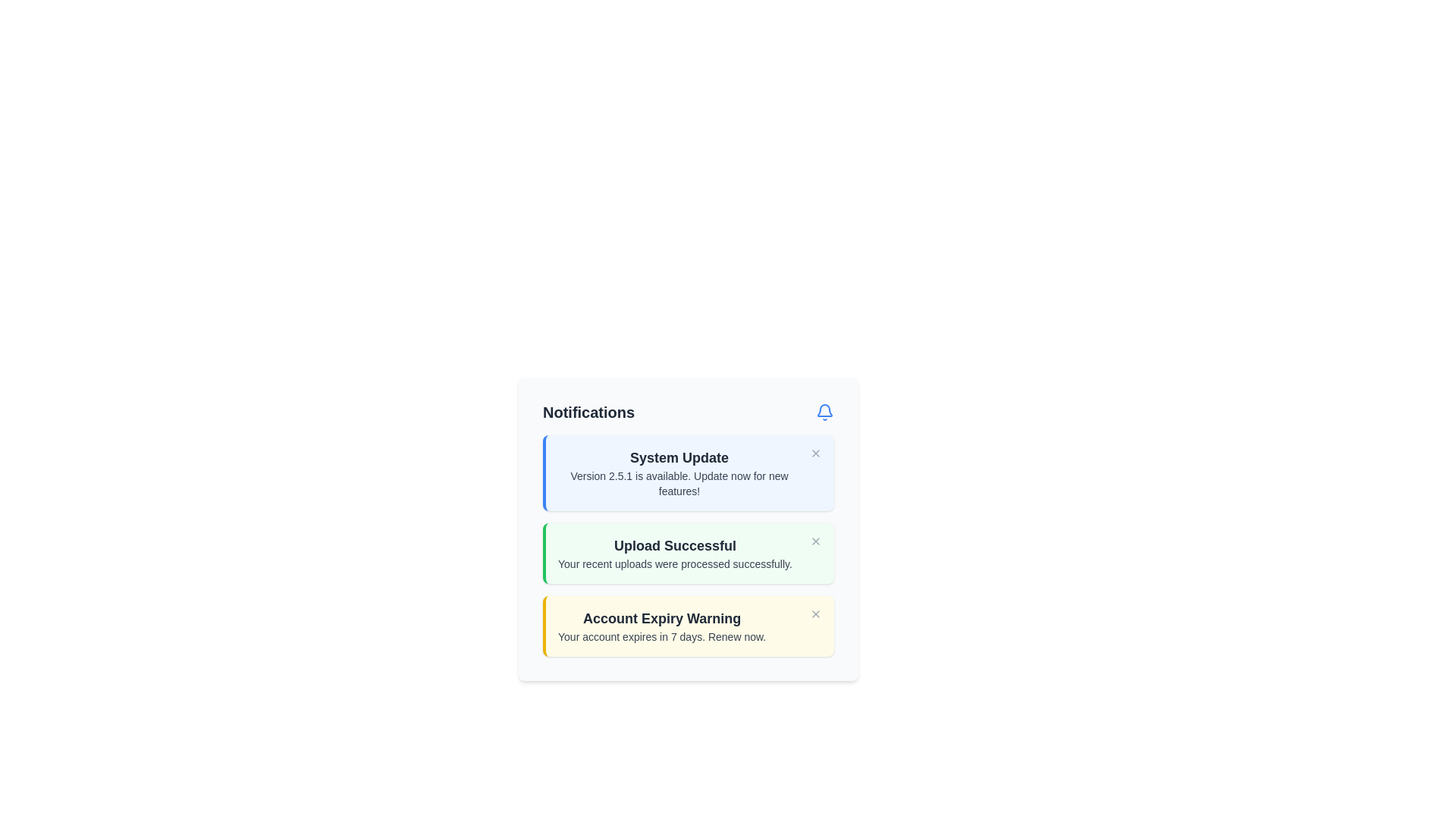 The height and width of the screenshot is (819, 1456). Describe the element at coordinates (662, 626) in the screenshot. I see `the 'Account Expiry Warning' notification element, which contains the warning message about account expiration` at that location.